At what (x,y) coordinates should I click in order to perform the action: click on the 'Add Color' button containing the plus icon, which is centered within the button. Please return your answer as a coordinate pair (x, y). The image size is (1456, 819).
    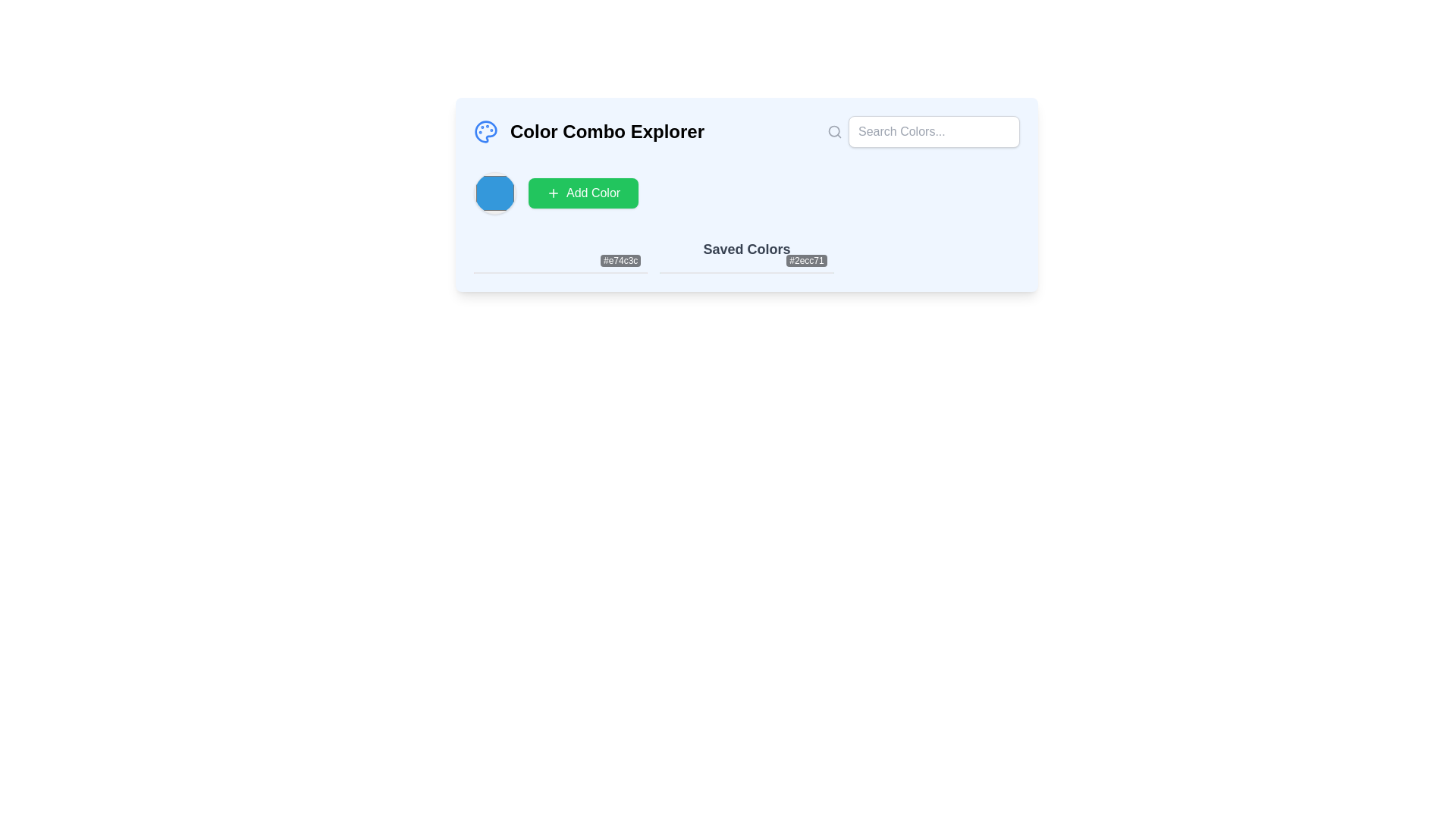
    Looking at the image, I should click on (552, 192).